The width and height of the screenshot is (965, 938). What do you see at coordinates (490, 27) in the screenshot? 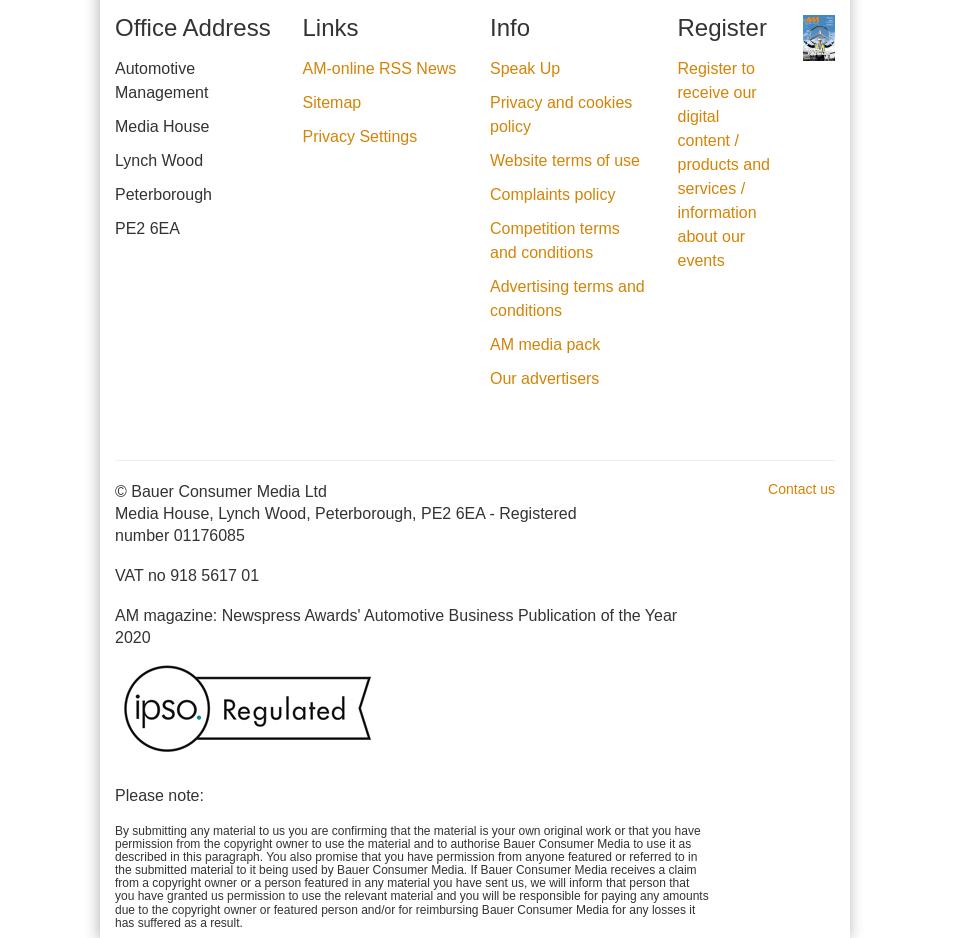
I see `'Info'` at bounding box center [490, 27].